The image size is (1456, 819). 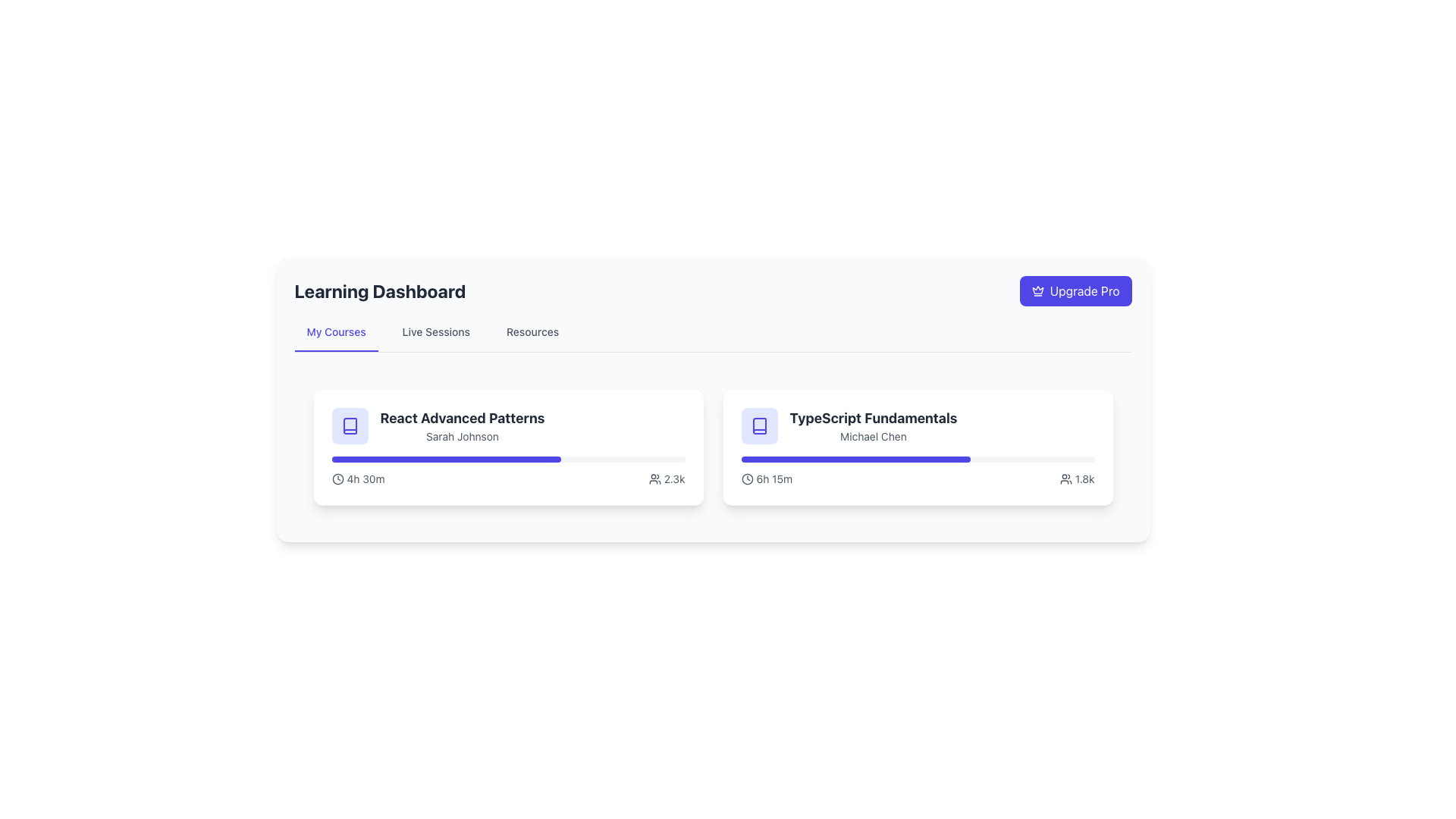 What do you see at coordinates (461, 418) in the screenshot?
I see `the Text Label that serves as a title or heading for the card, located above the text element labeled 'Sarah Johnson' in the first card of a horizontal list of cards` at bounding box center [461, 418].